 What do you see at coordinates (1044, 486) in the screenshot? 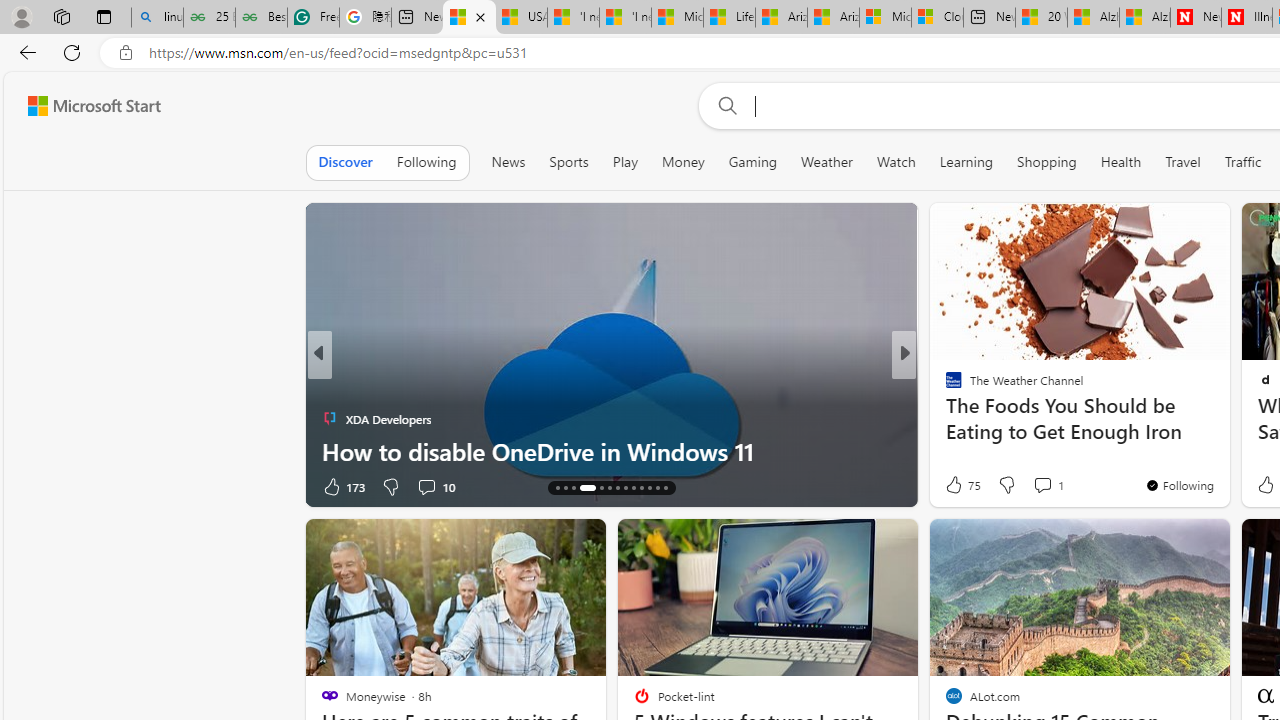
I see `'View comments 40 Comment'` at bounding box center [1044, 486].